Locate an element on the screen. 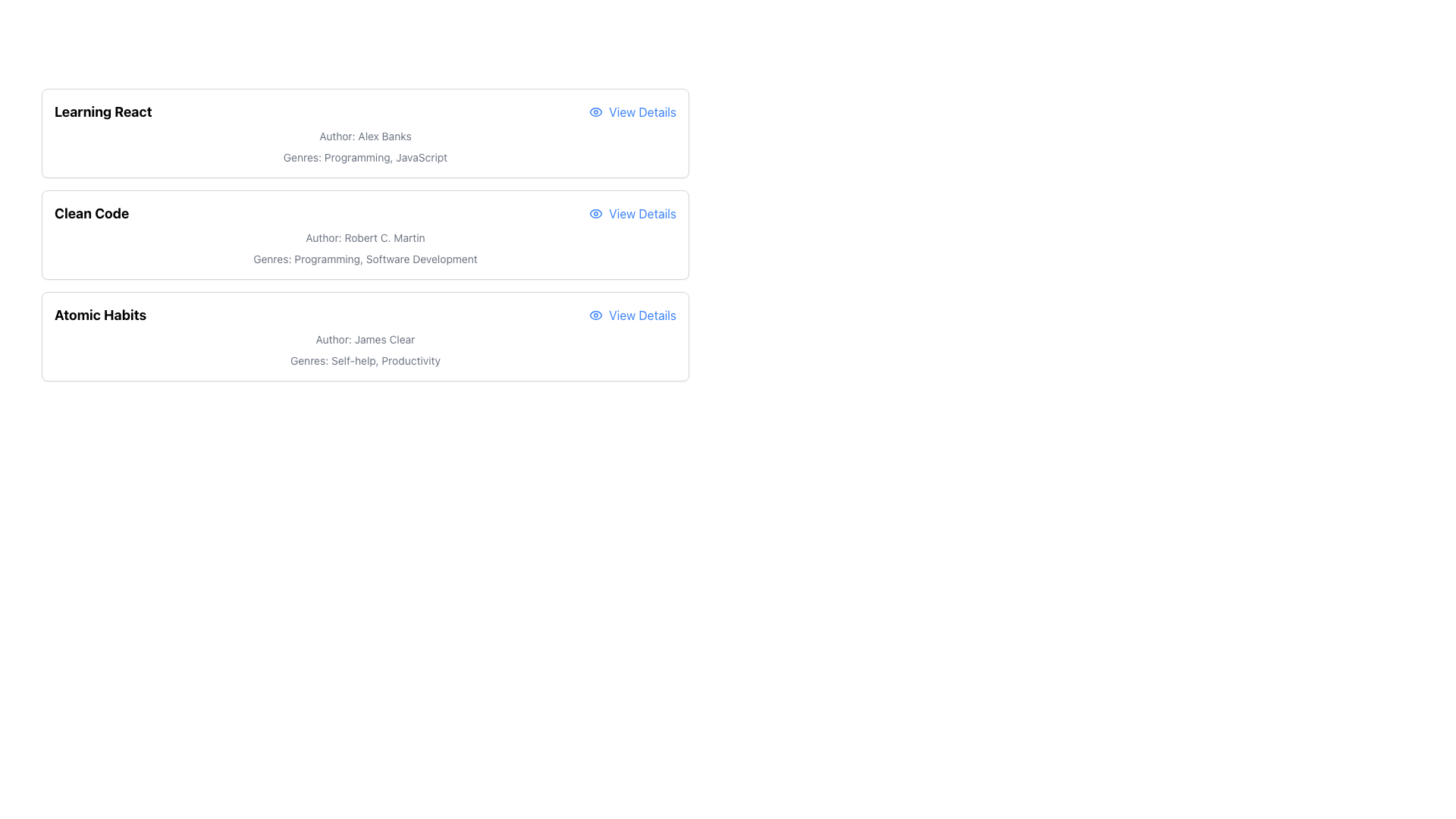 This screenshot has width=1456, height=819. the text element displaying 'Genres: Self-help, Productivity' which is located below the author information 'Author: James Clear' in the third section of the book cards is located at coordinates (365, 360).